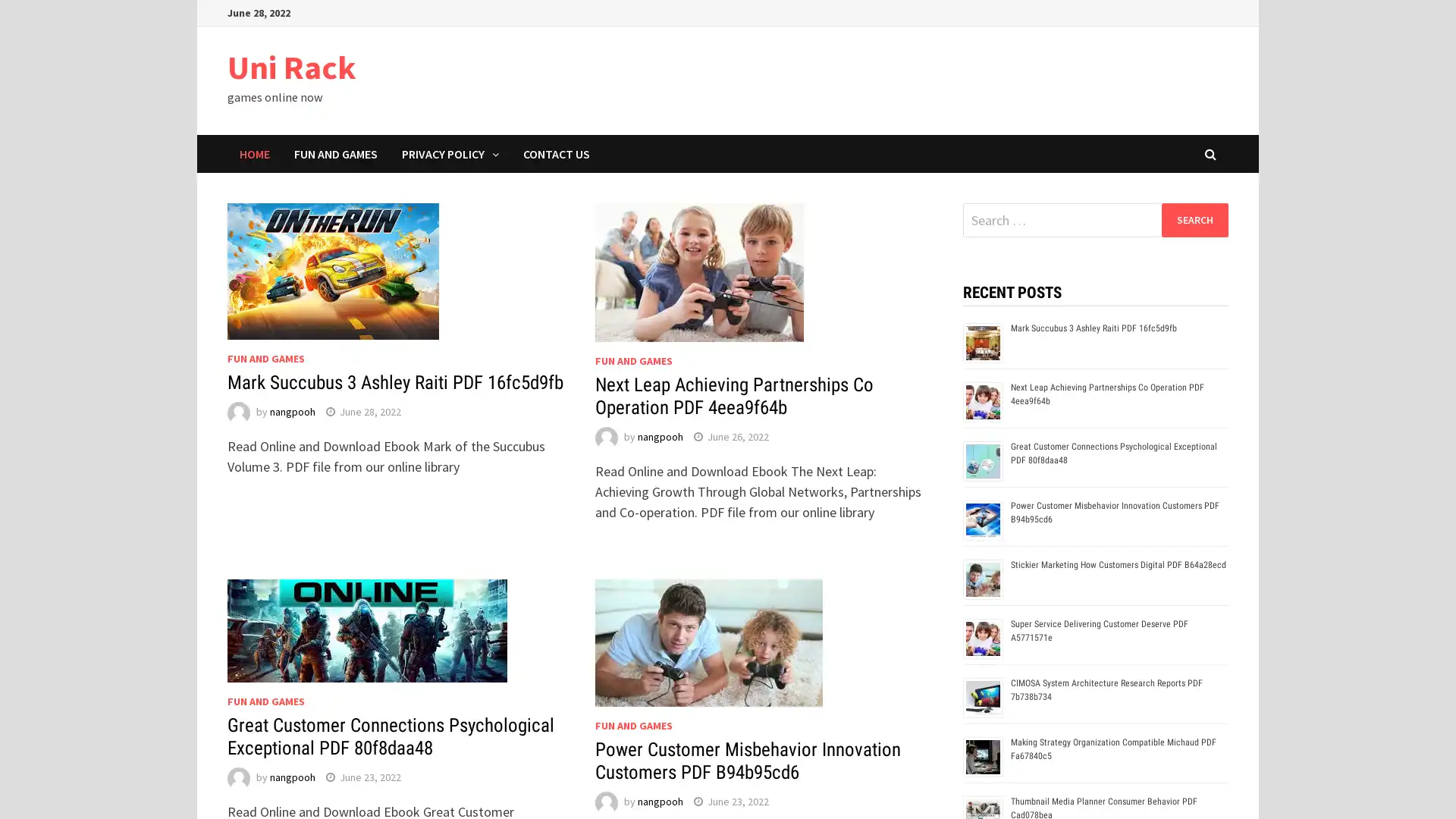 This screenshot has width=1456, height=819. I want to click on Search, so click(1194, 219).